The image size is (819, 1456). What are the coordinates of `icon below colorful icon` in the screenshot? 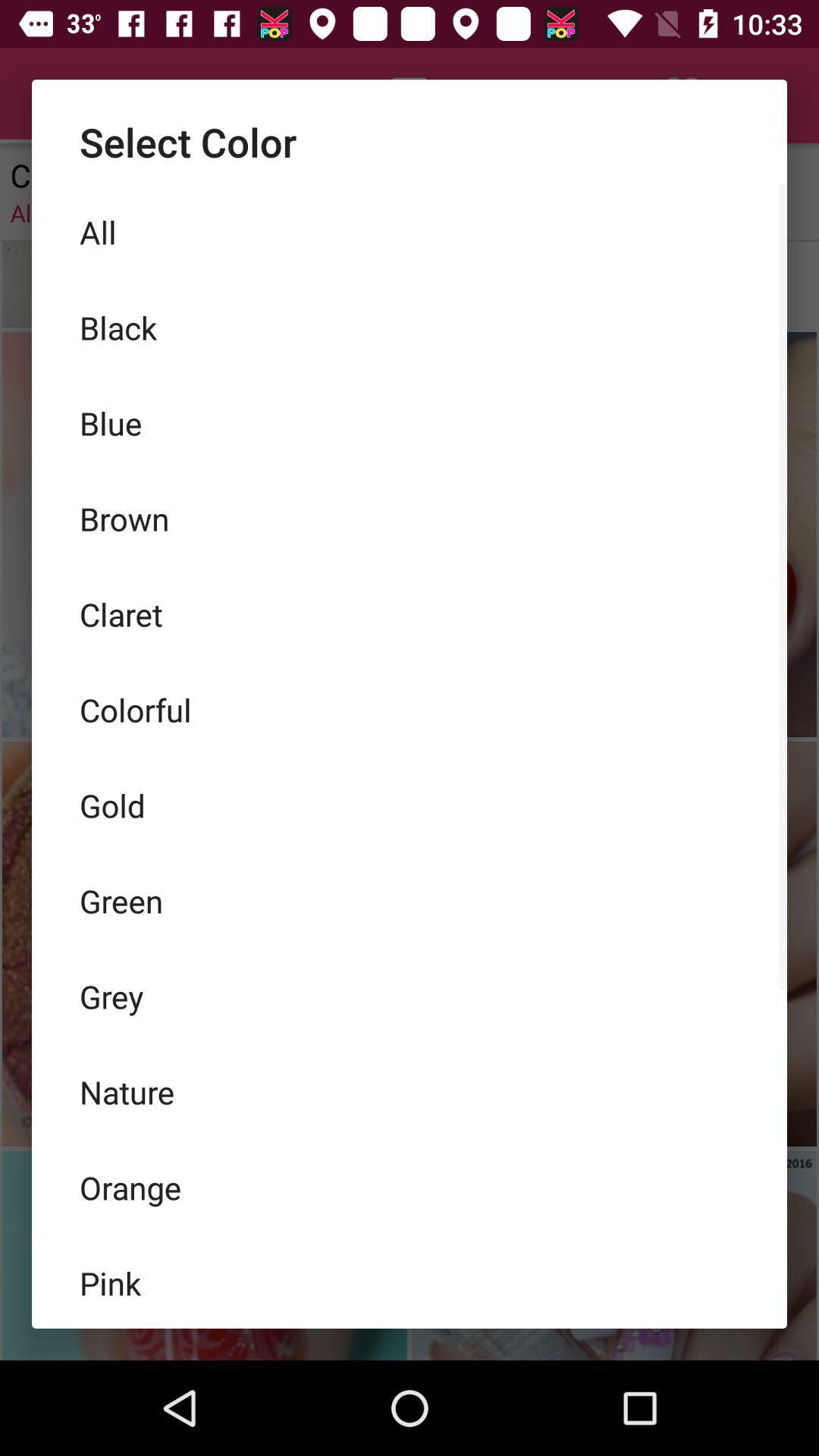 It's located at (409, 804).